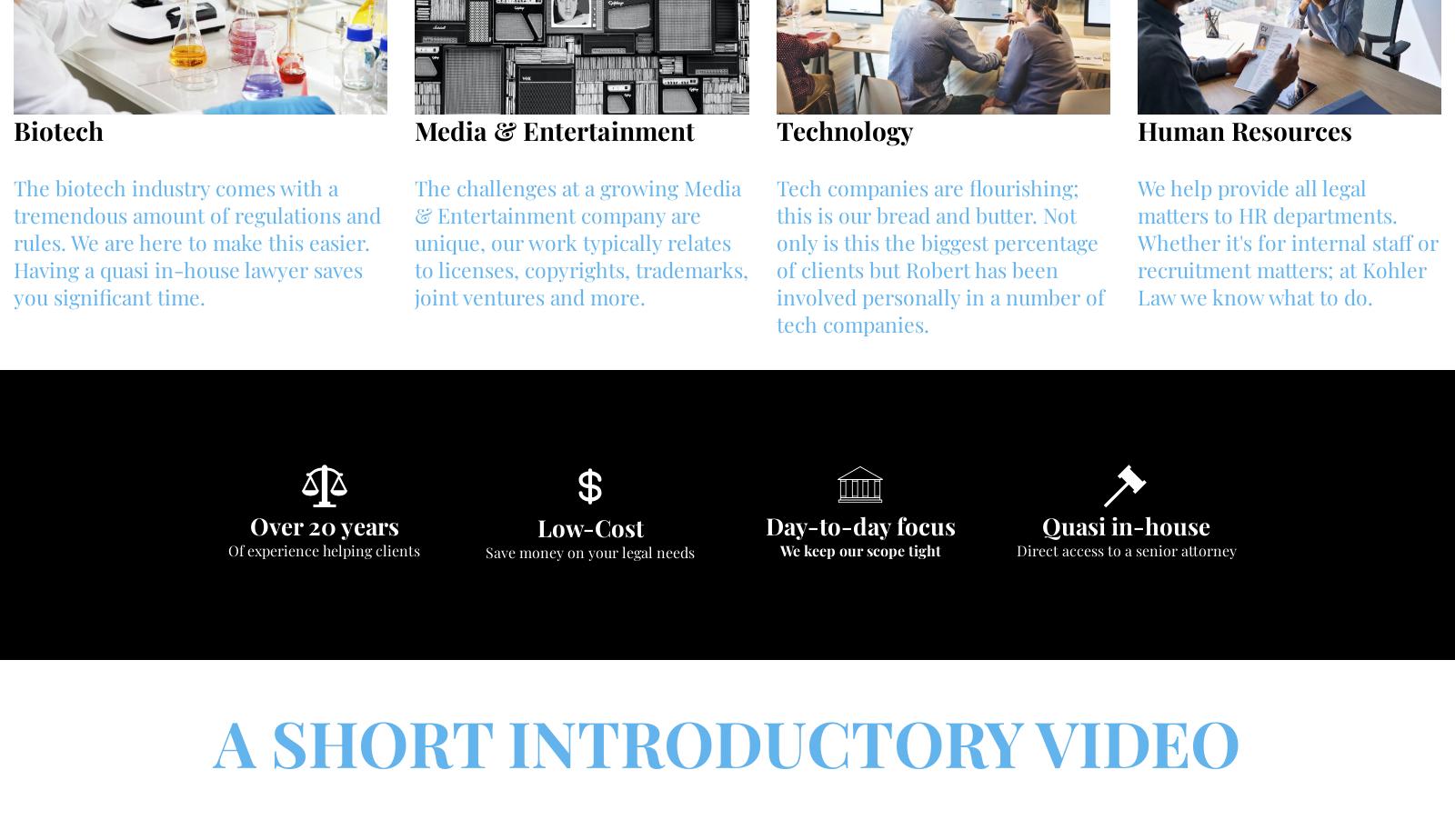  Describe the element at coordinates (1125, 525) in the screenshot. I see `'Quasi in-house'` at that location.